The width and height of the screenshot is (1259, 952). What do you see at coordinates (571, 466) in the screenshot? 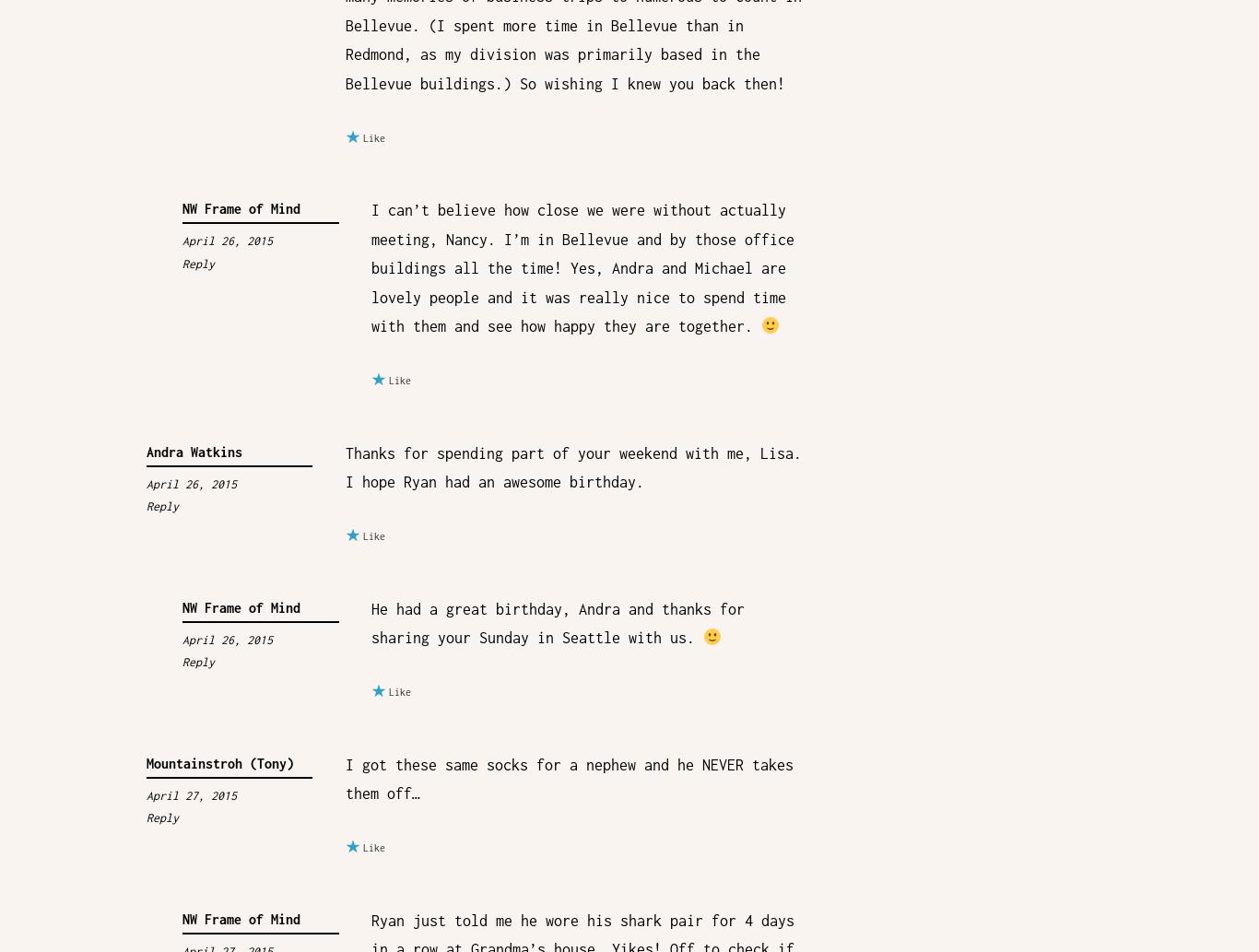
I see `'Thanks for spending part of your weekend with me, Lisa. I hope Ryan had an awesome birthday.'` at bounding box center [571, 466].